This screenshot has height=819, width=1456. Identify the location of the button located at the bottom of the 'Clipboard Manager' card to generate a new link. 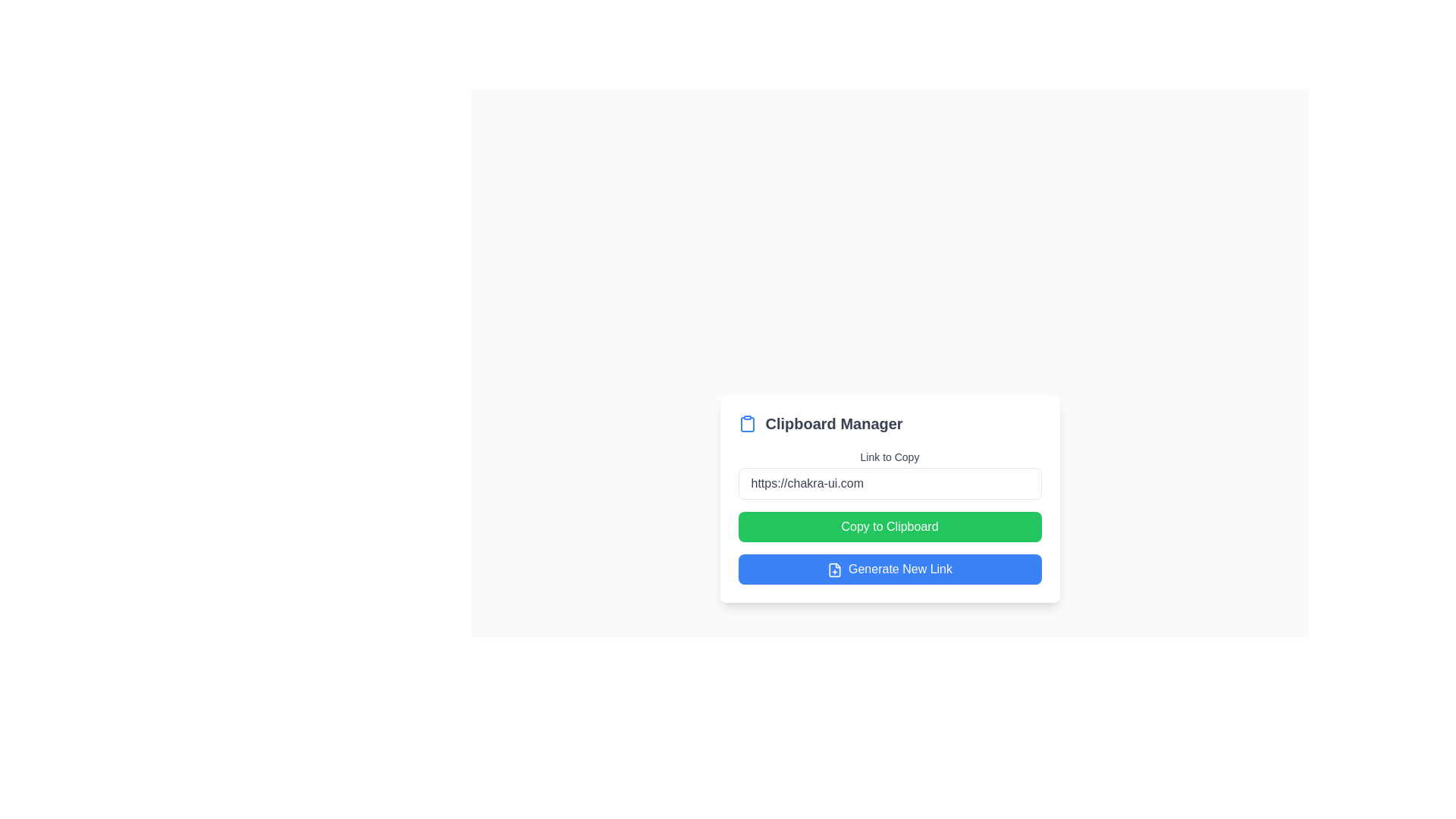
(890, 570).